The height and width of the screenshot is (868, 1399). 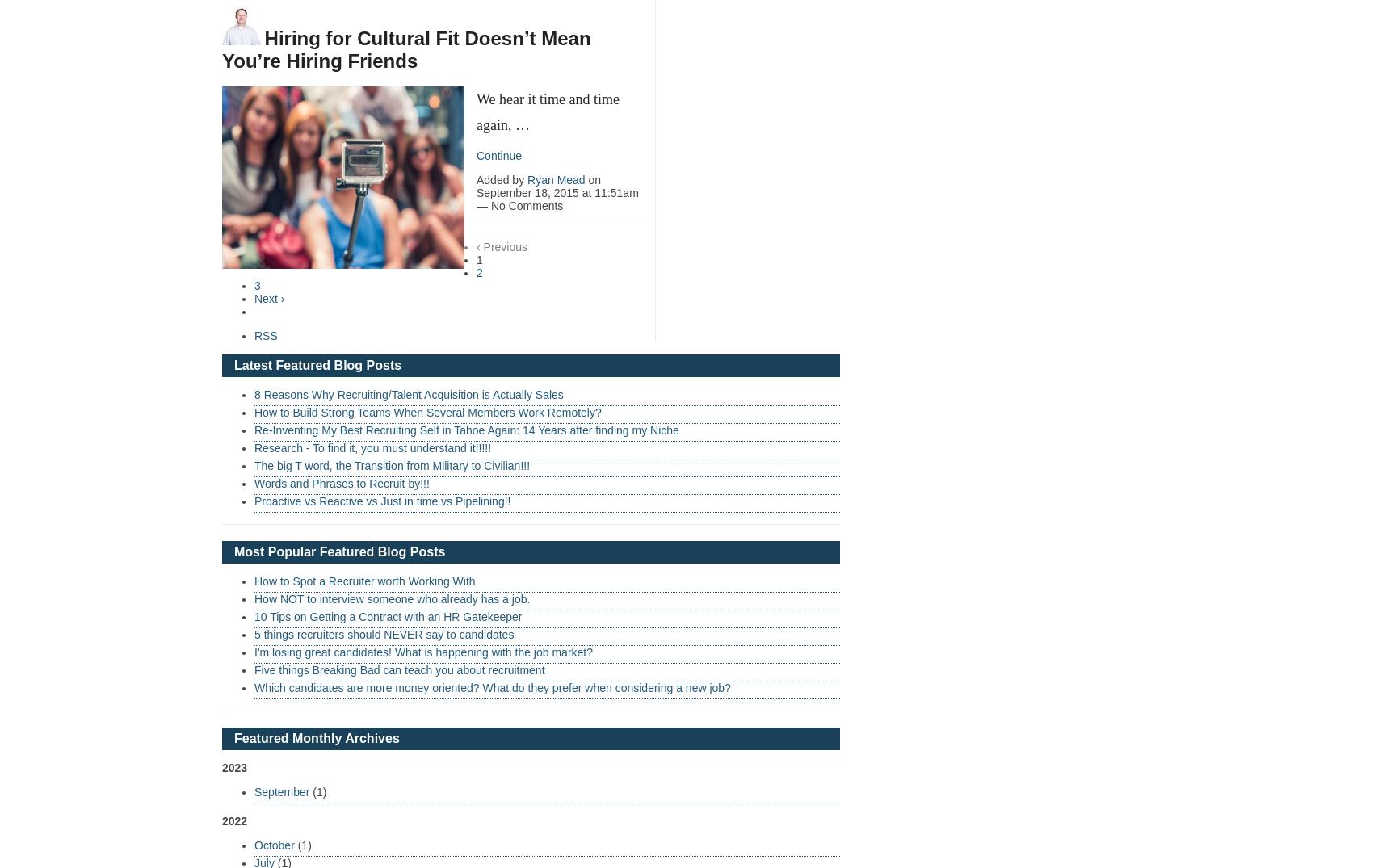 I want to click on 'October', so click(x=254, y=844).